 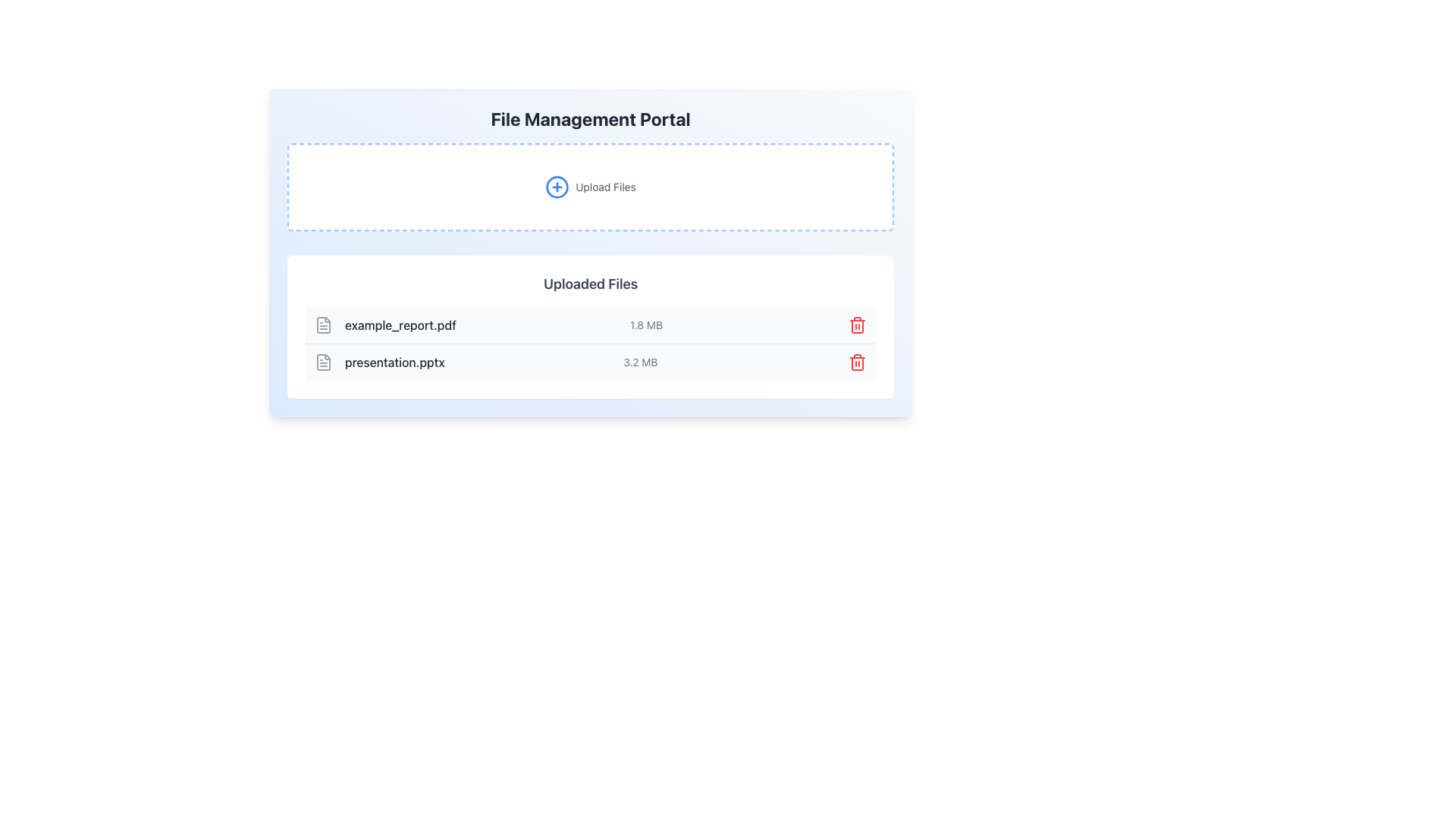 What do you see at coordinates (400, 324) in the screenshot?
I see `the text label representing the filename in the 'Uploaded Files' section, which is the first filename listed` at bounding box center [400, 324].